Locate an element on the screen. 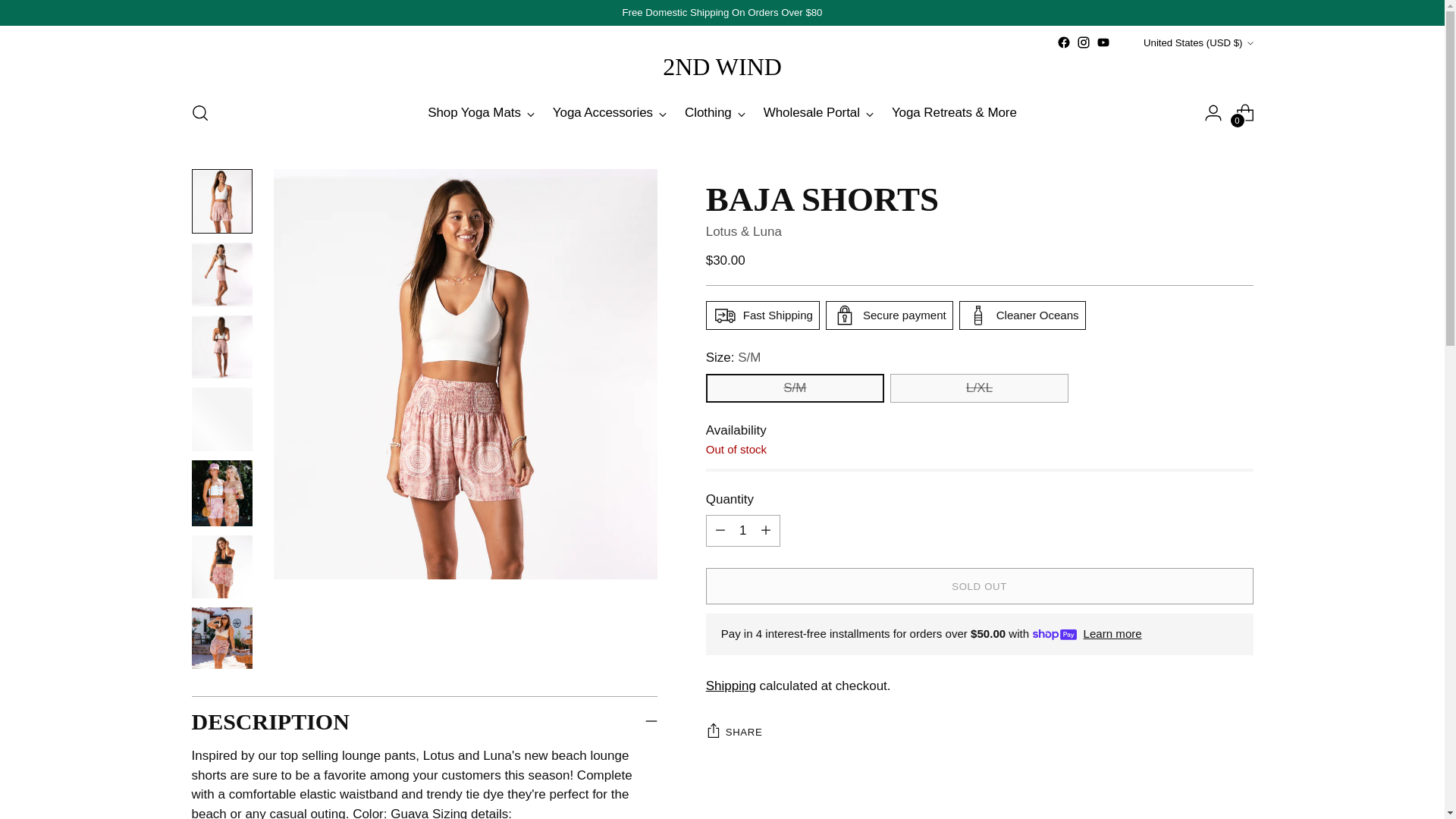 This screenshot has height=819, width=1456. 'S/M' is located at coordinates (705, 388).